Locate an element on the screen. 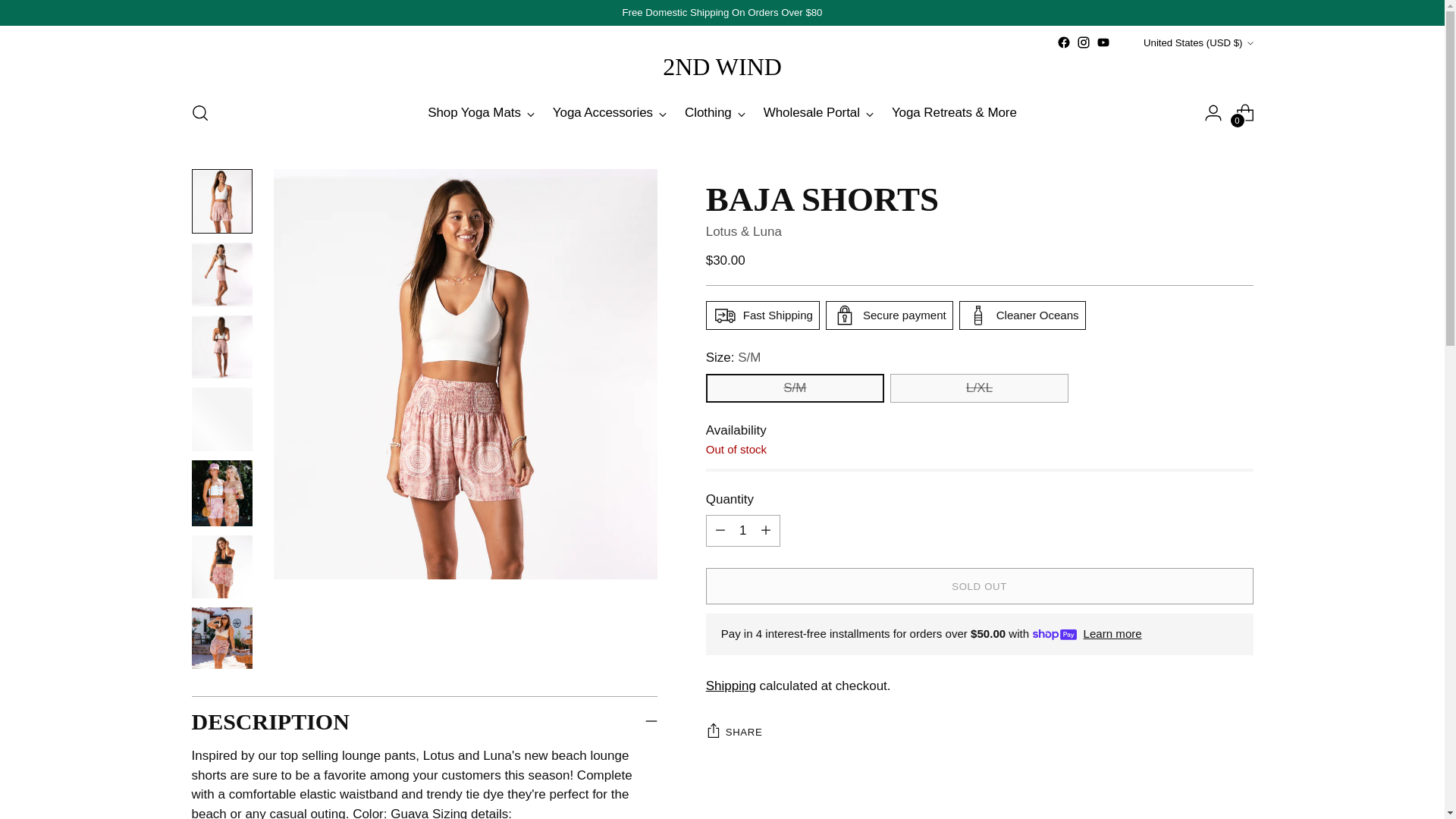 This screenshot has height=819, width=1456. 'S/M' is located at coordinates (705, 388).